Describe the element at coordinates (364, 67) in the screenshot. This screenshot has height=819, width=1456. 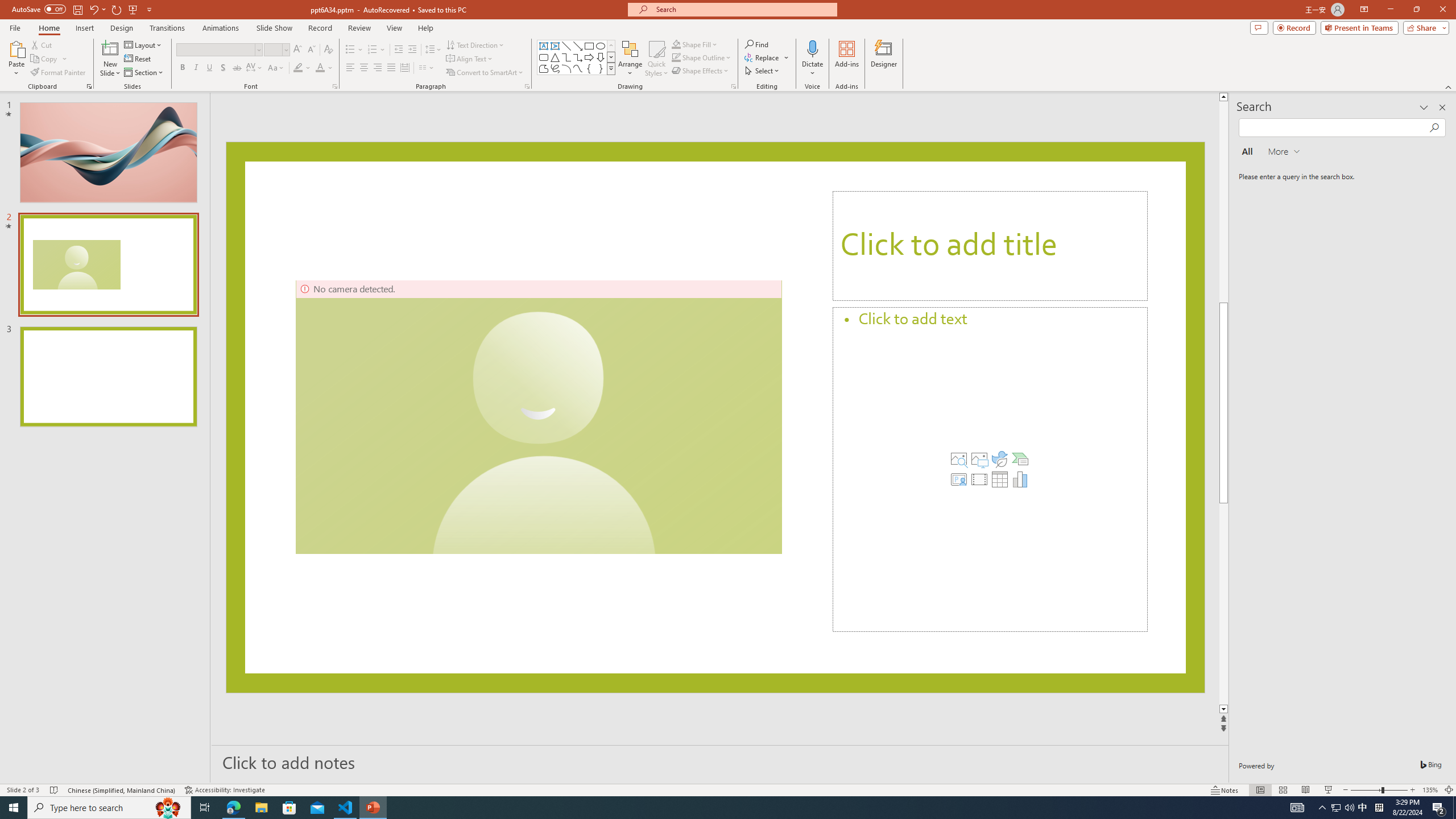
I see `'Center'` at that location.